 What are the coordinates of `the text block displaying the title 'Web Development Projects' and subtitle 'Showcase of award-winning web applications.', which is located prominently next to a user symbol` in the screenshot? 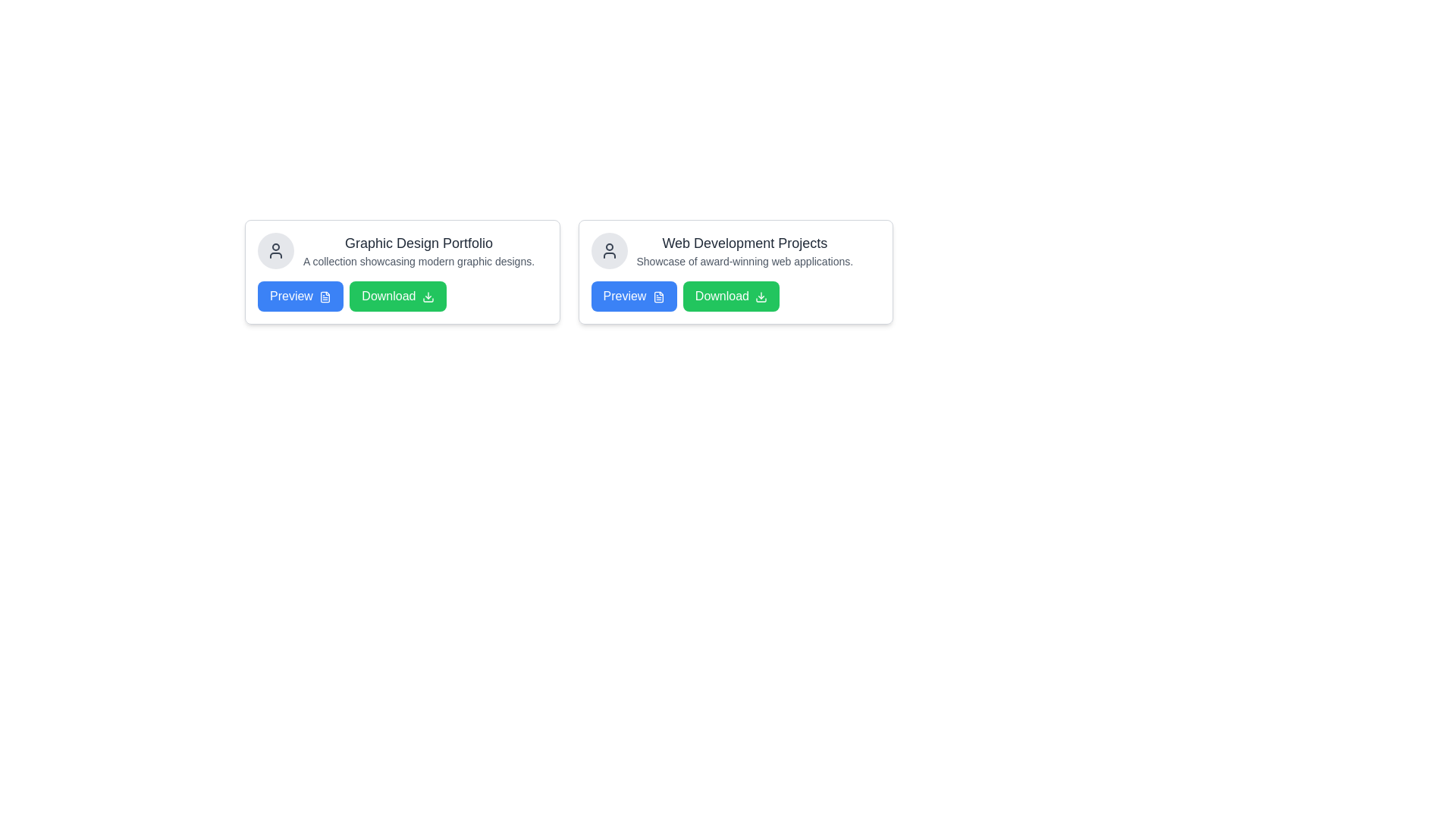 It's located at (736, 250).